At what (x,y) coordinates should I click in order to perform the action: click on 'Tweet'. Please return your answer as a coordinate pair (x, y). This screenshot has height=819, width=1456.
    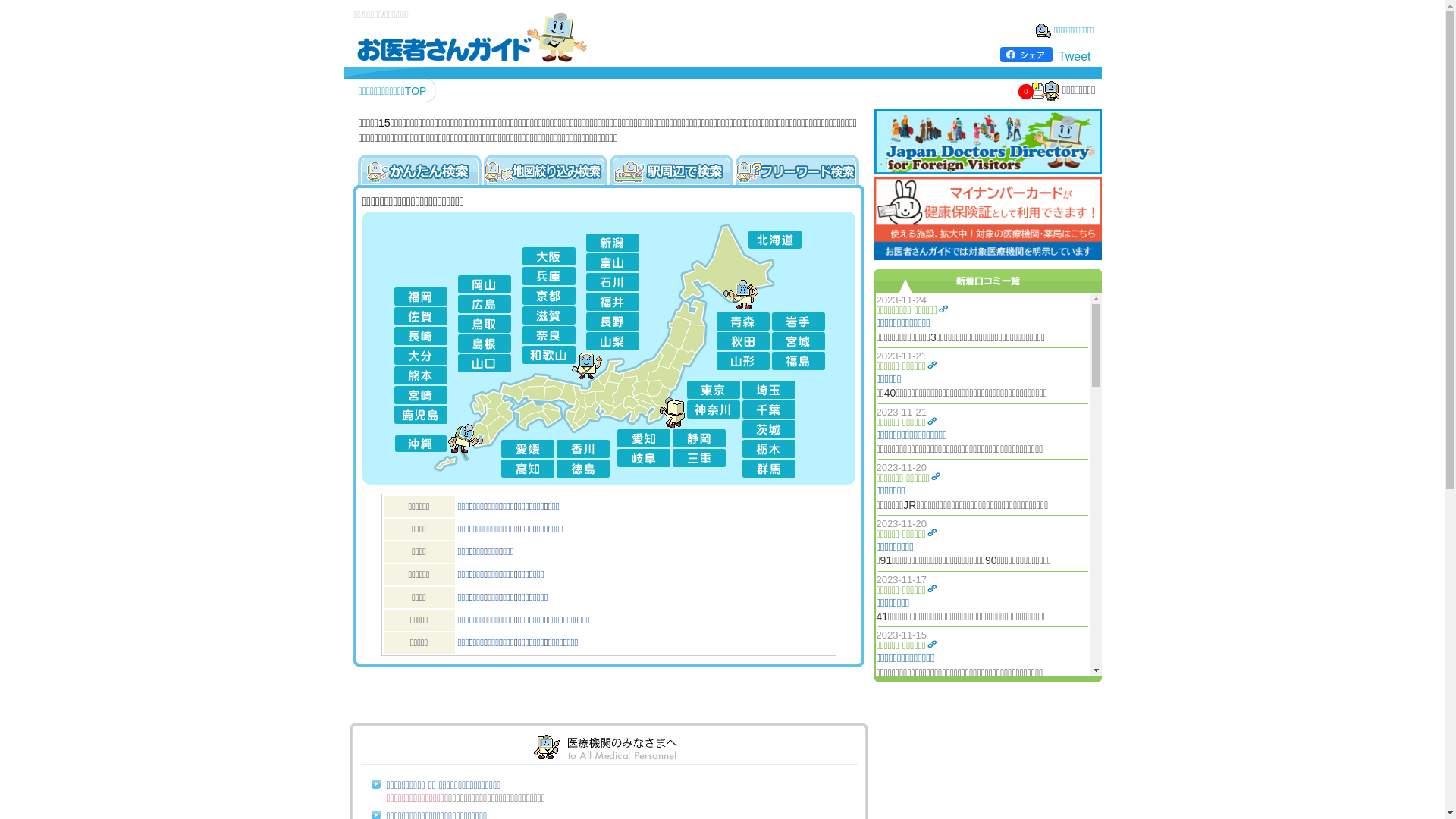
    Looking at the image, I should click on (1074, 55).